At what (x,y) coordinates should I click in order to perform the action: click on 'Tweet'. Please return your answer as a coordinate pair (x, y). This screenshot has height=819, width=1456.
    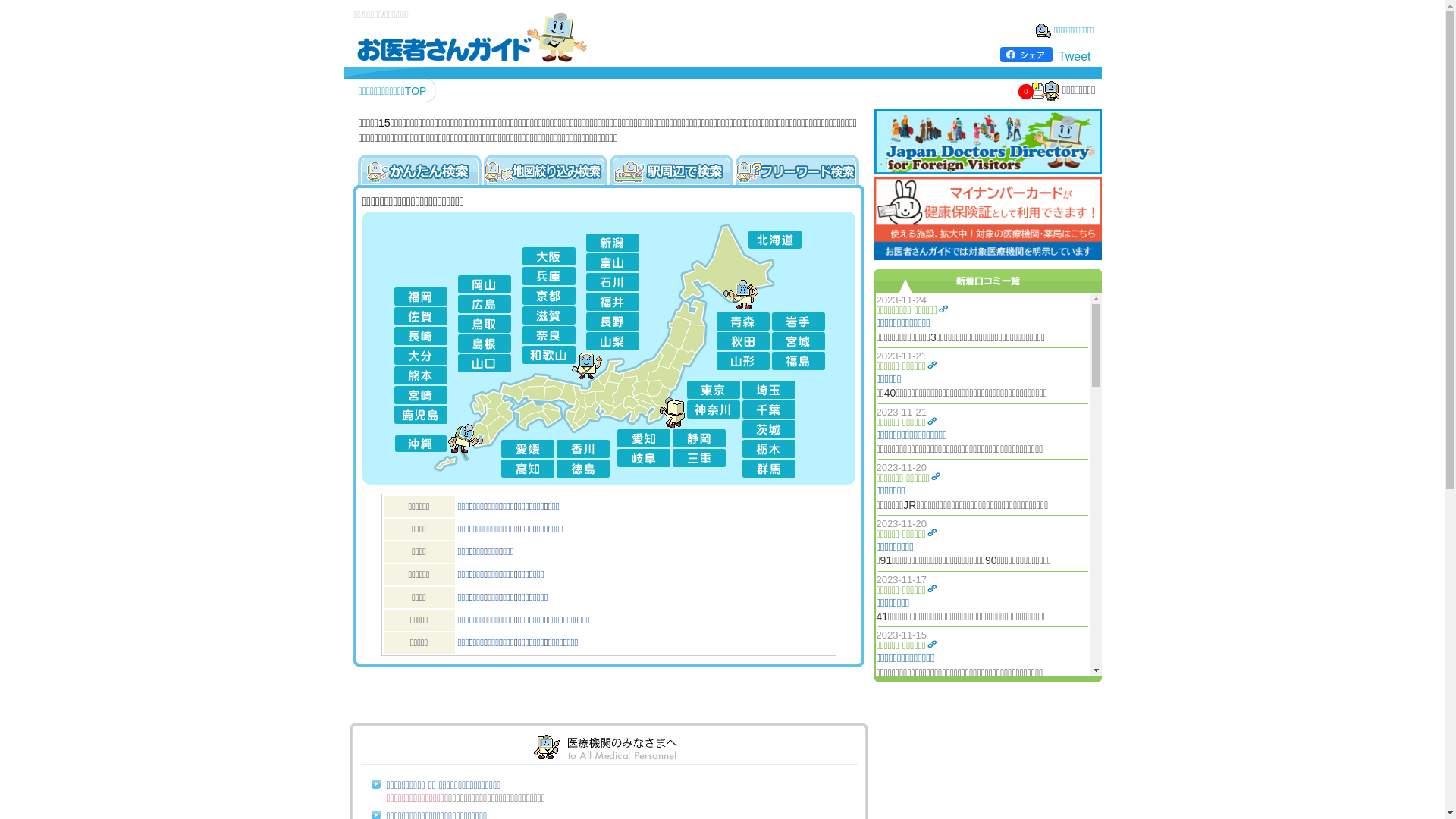
    Looking at the image, I should click on (1074, 55).